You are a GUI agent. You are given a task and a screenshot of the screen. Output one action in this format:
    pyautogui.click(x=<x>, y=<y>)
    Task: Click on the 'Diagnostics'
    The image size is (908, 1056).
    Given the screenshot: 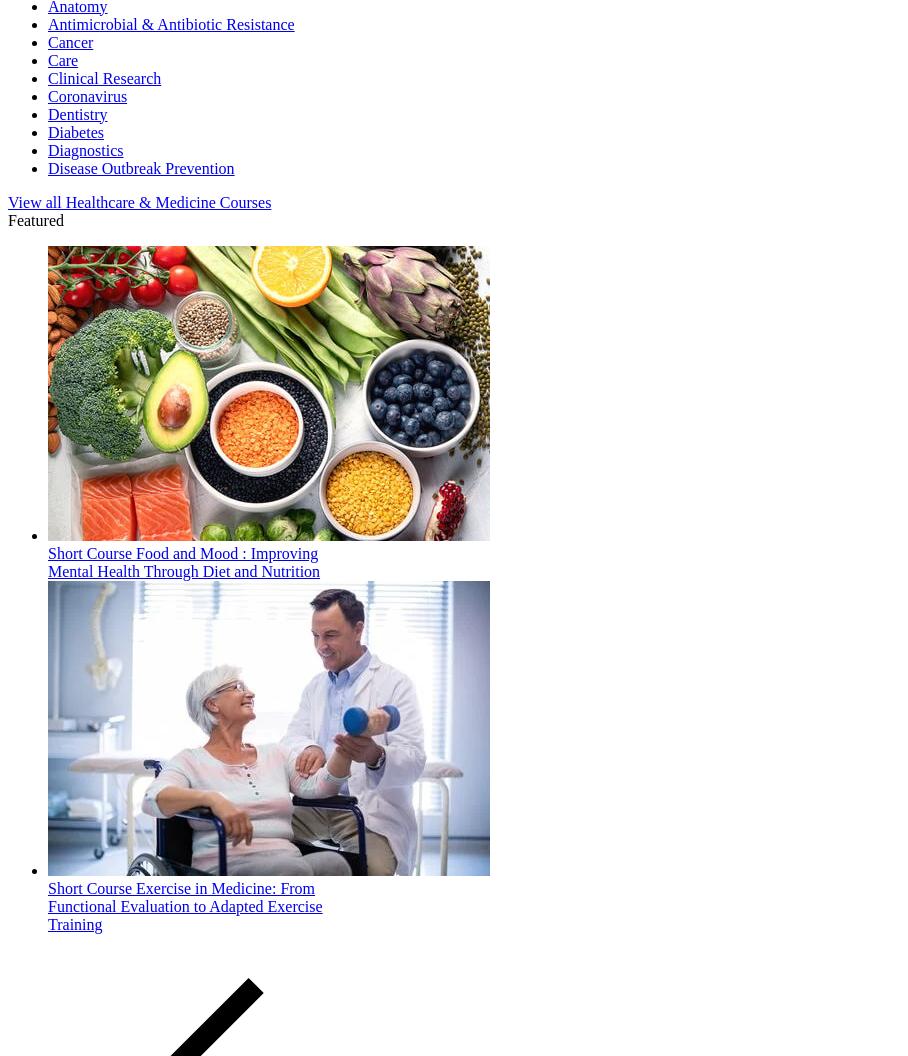 What is the action you would take?
    pyautogui.click(x=48, y=149)
    